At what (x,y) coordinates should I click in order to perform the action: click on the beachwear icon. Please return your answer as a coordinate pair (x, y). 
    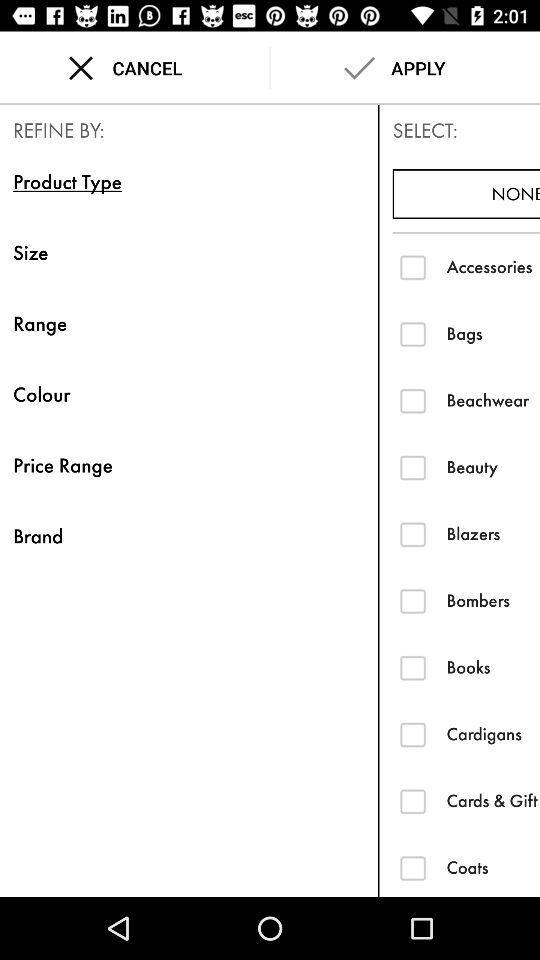
    Looking at the image, I should click on (492, 399).